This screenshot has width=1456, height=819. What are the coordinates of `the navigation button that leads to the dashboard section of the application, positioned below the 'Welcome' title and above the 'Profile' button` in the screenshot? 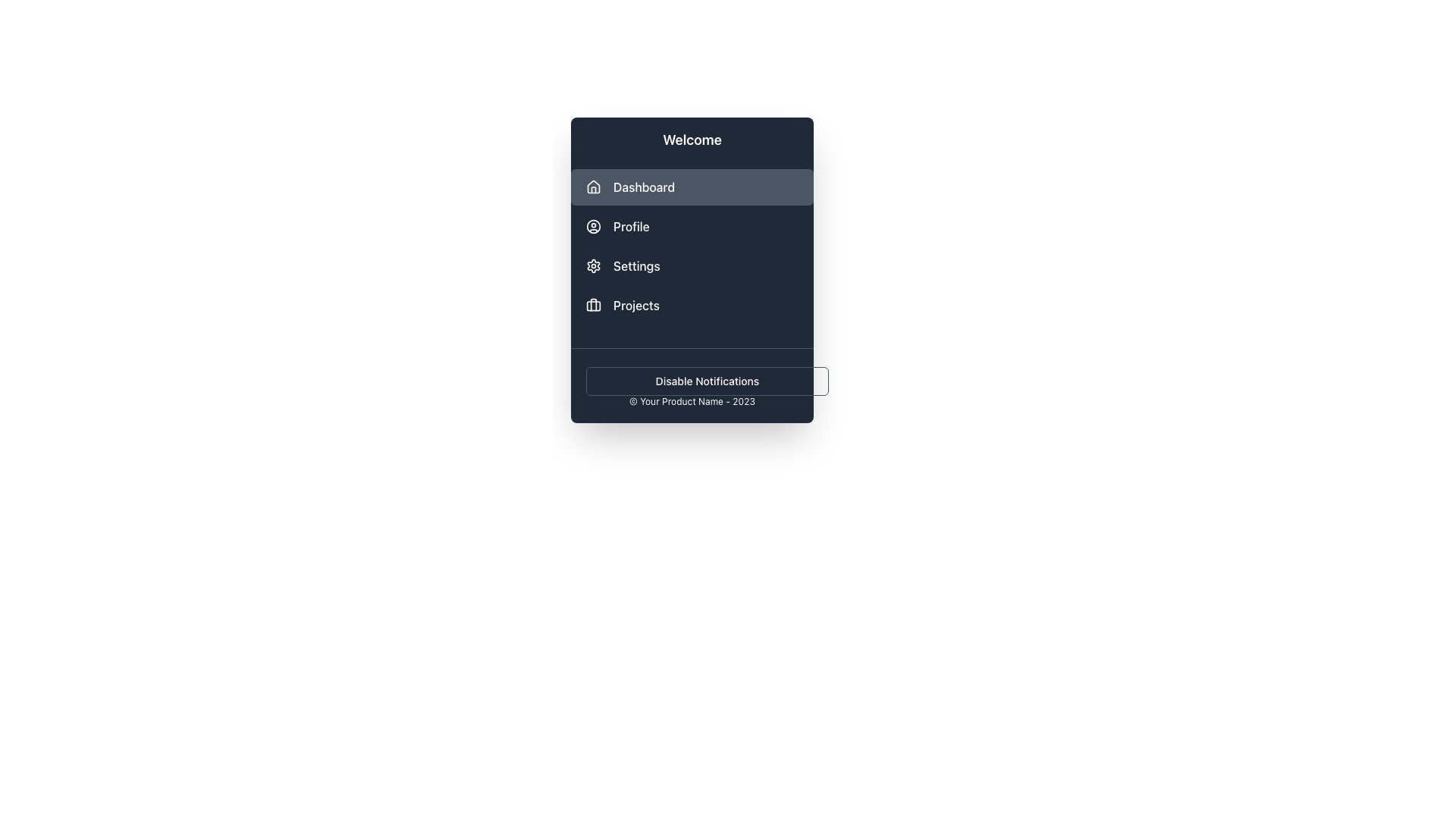 It's located at (691, 186).